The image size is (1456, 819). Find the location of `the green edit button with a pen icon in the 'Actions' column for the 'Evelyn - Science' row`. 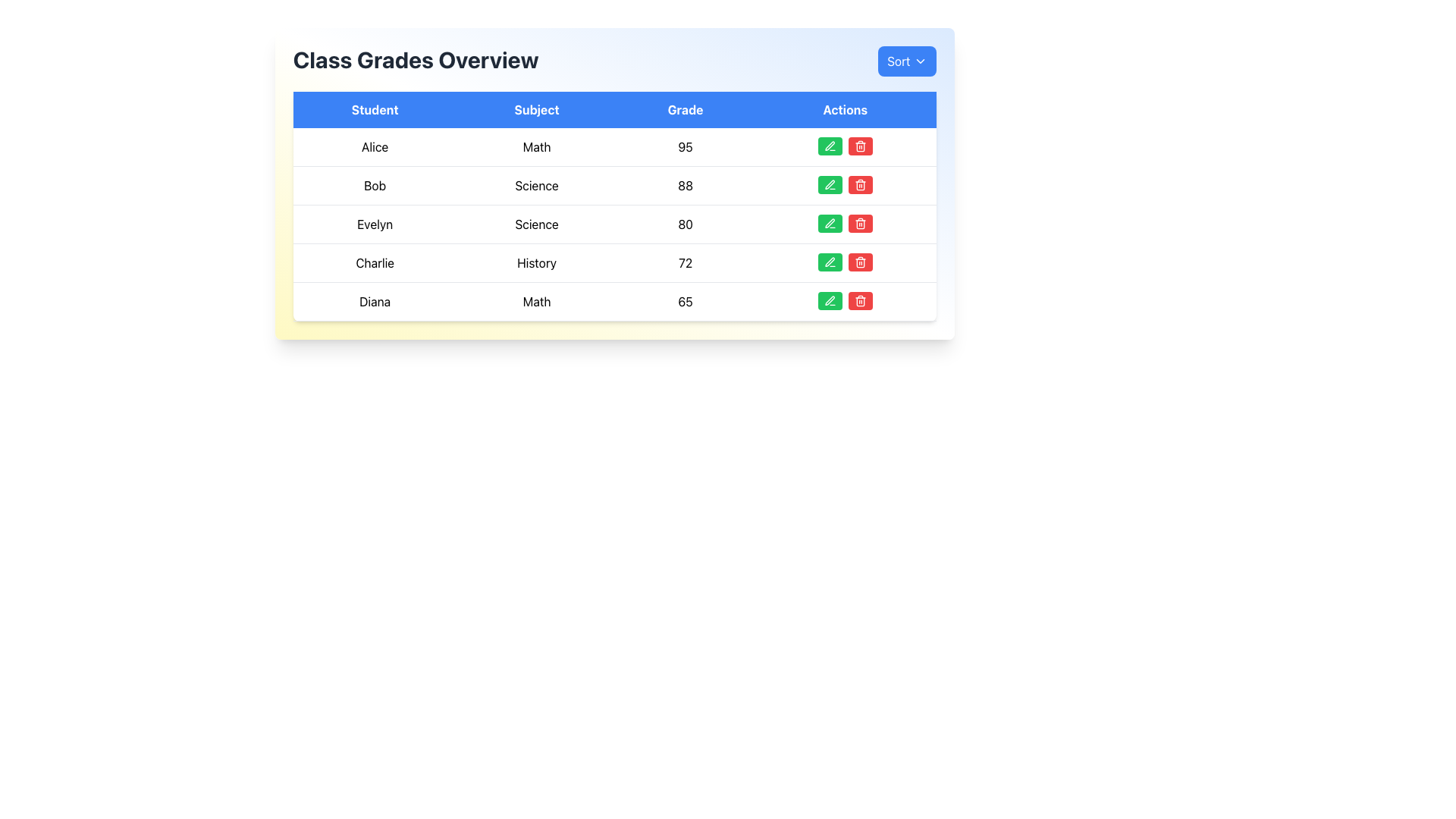

the green edit button with a pen icon in the 'Actions' column for the 'Evelyn - Science' row is located at coordinates (829, 223).